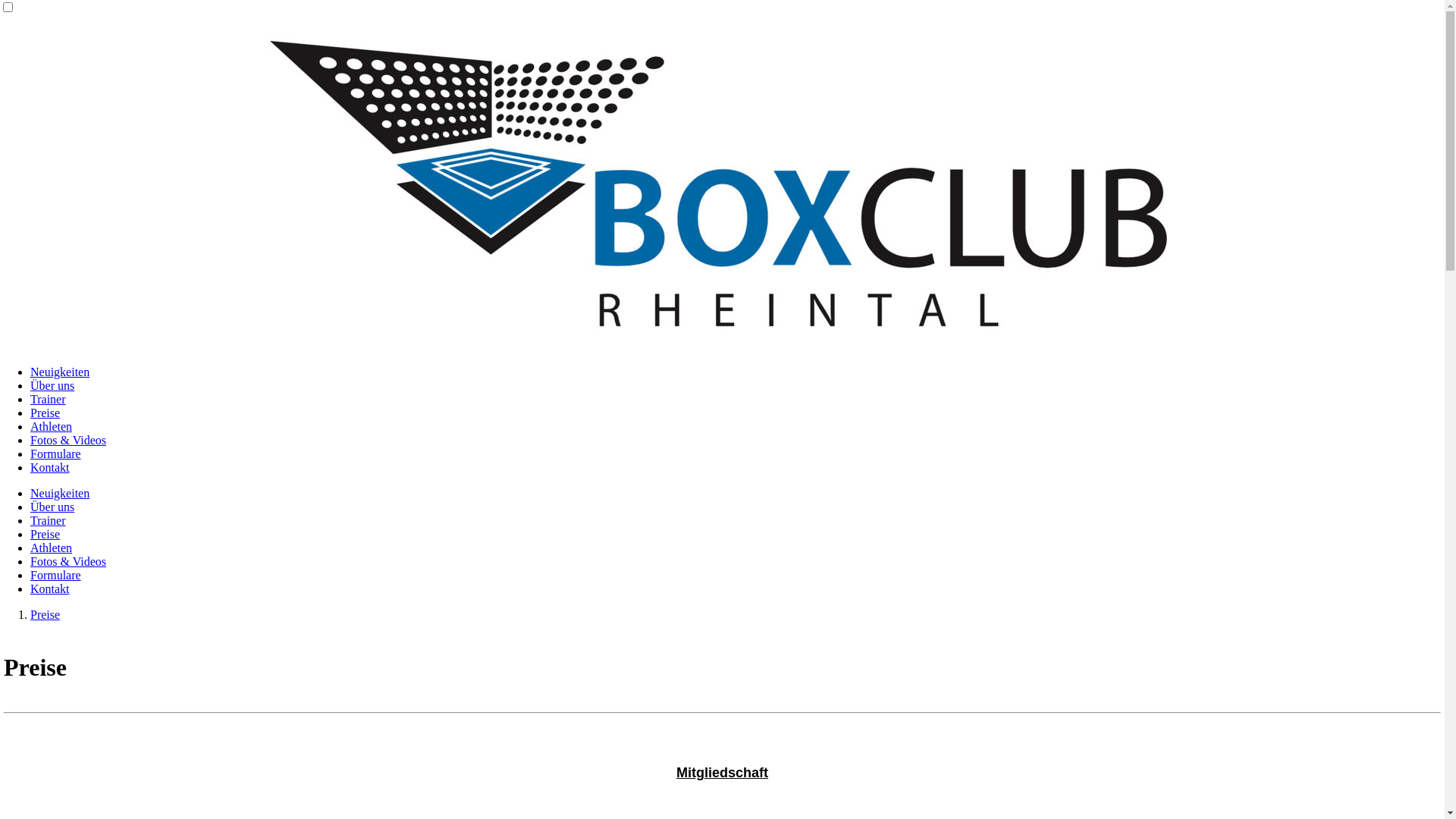  I want to click on 'Athleten', so click(51, 426).